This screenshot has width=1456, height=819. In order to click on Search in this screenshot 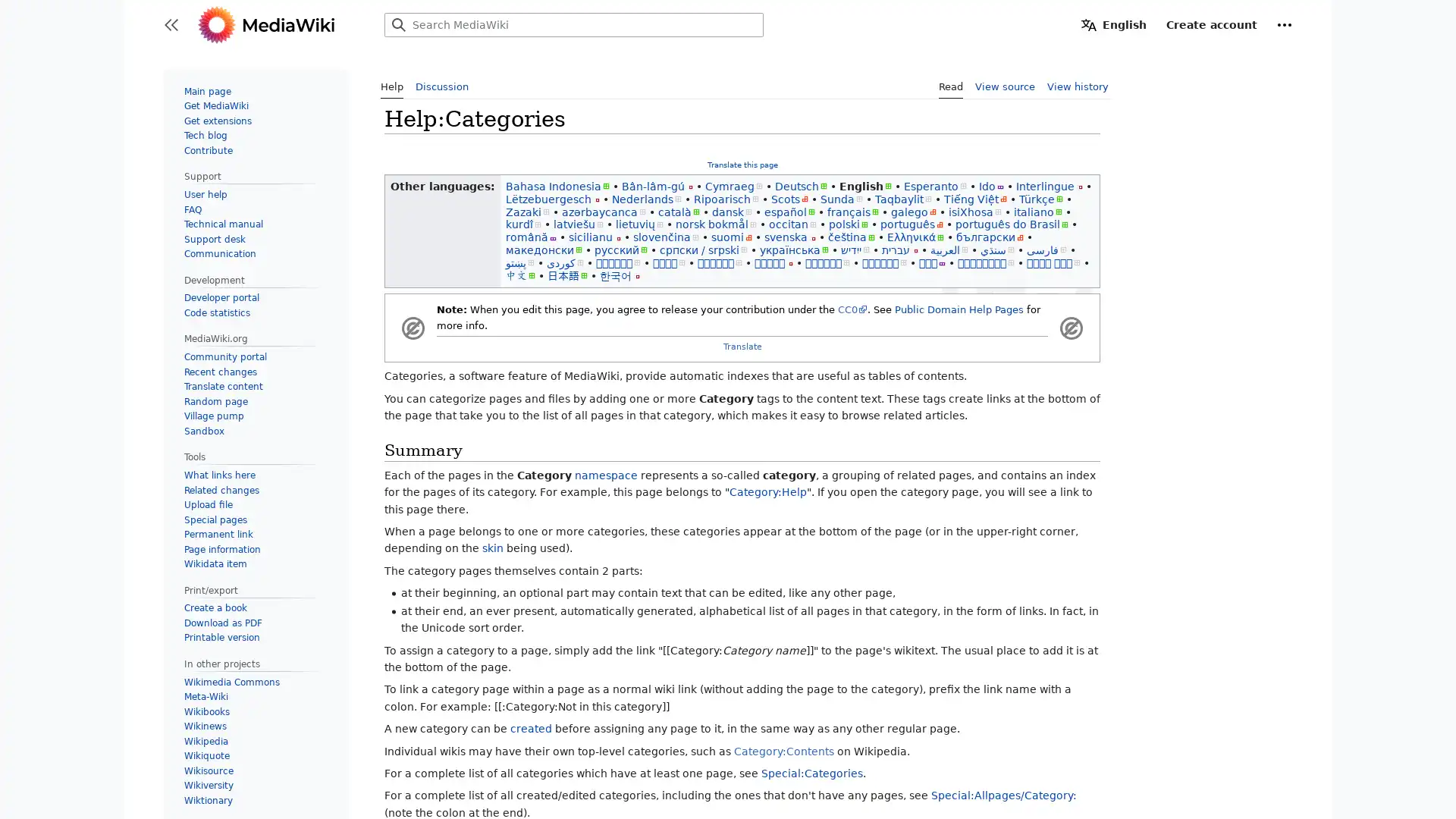, I will do `click(399, 25)`.